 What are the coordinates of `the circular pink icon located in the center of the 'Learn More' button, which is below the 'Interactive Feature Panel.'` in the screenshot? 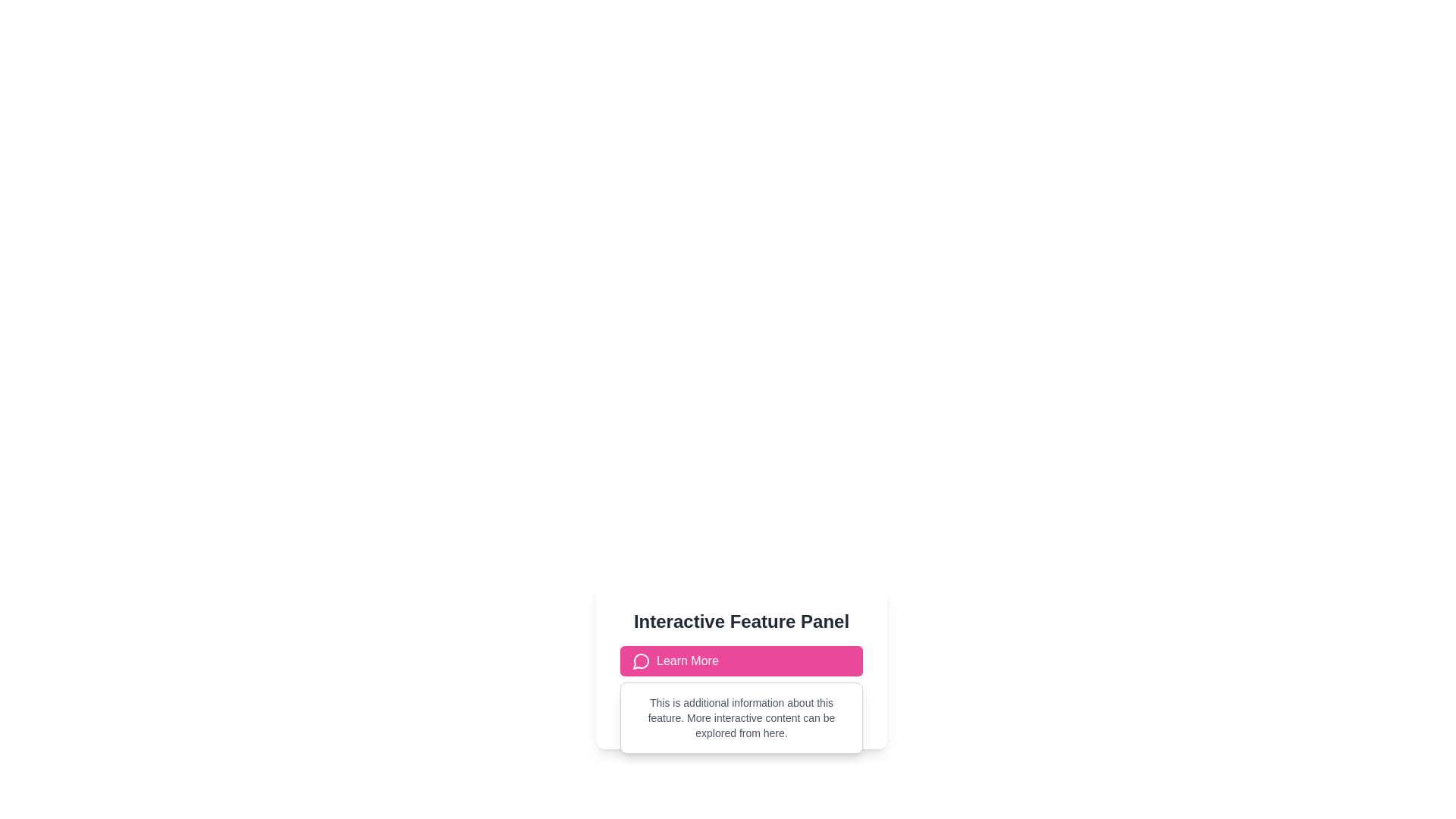 It's located at (641, 661).